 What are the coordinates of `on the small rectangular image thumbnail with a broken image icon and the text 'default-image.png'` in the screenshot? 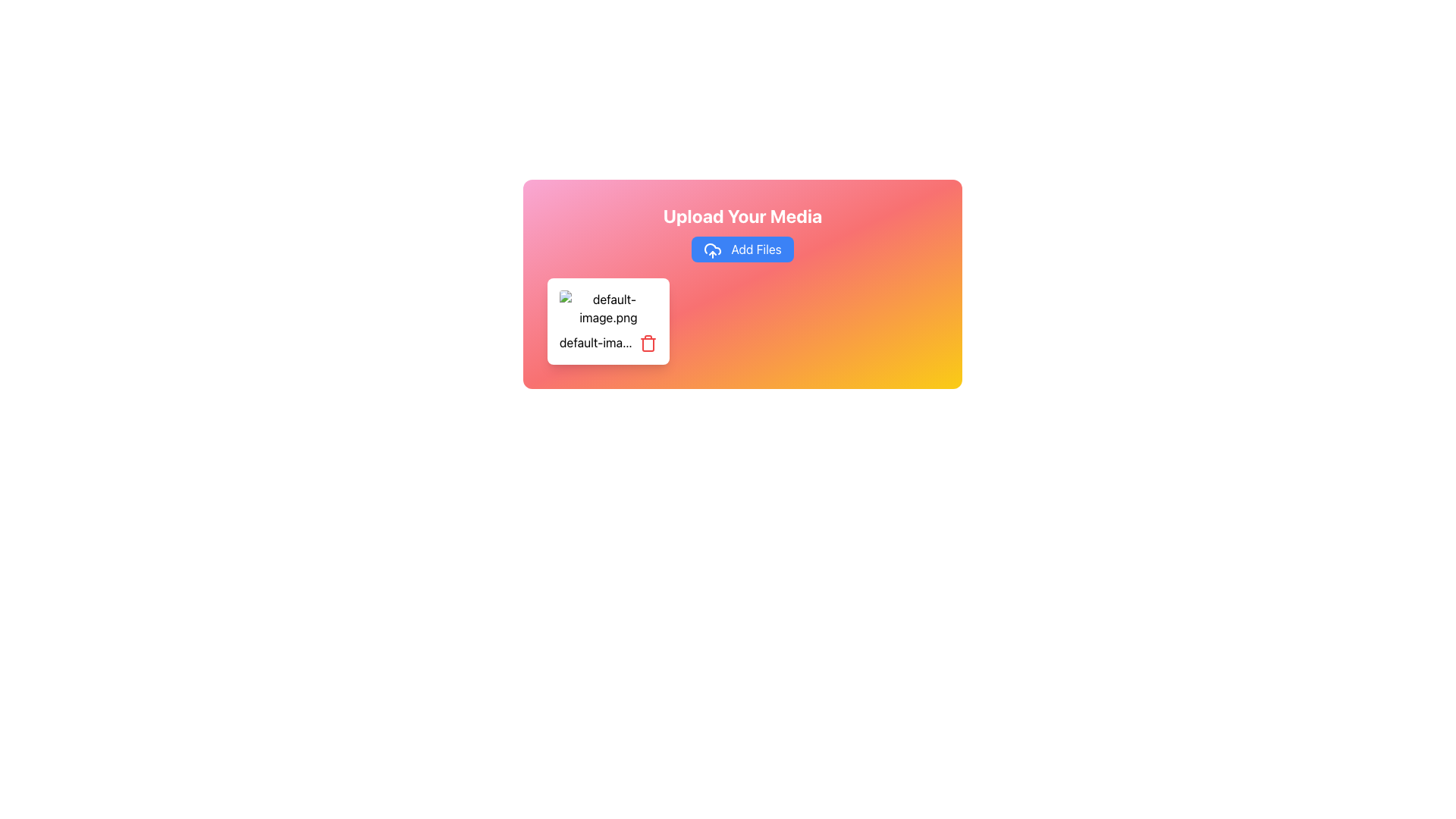 It's located at (608, 307).